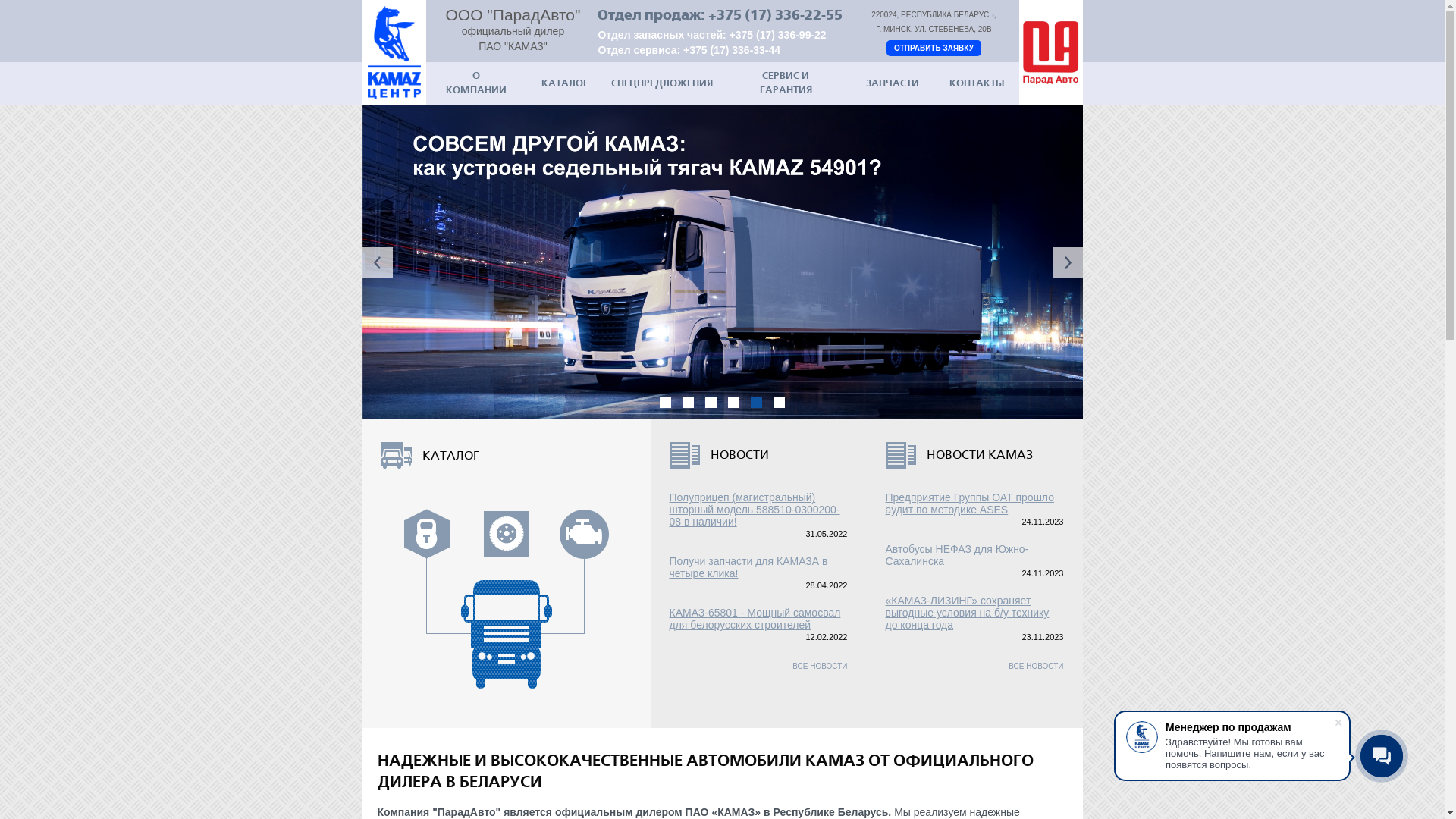 The width and height of the screenshot is (1456, 819). Describe the element at coordinates (731, 49) in the screenshot. I see `'+375 (17) 336-33-44'` at that location.